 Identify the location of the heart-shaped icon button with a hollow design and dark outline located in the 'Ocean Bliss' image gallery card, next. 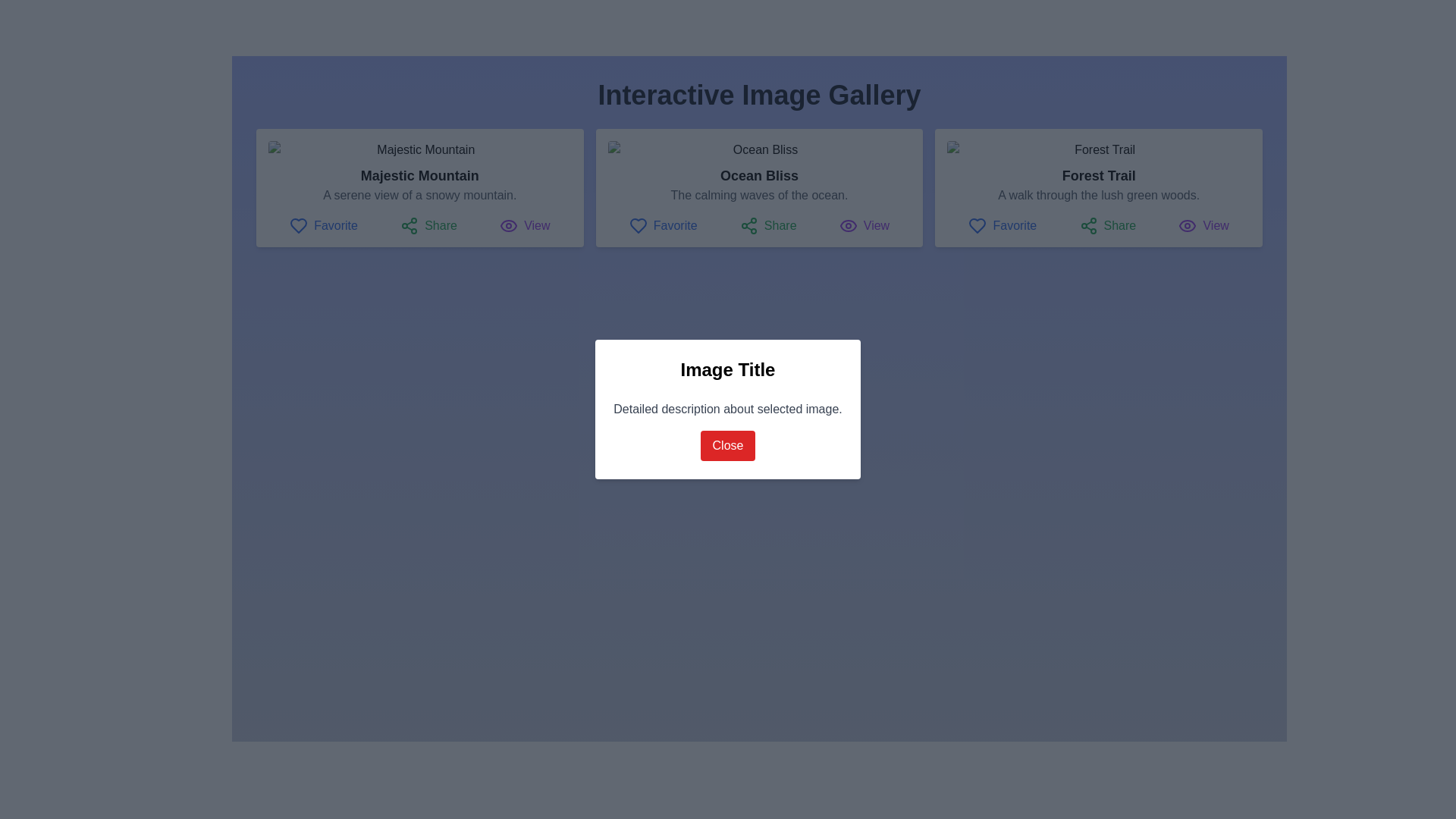
(638, 225).